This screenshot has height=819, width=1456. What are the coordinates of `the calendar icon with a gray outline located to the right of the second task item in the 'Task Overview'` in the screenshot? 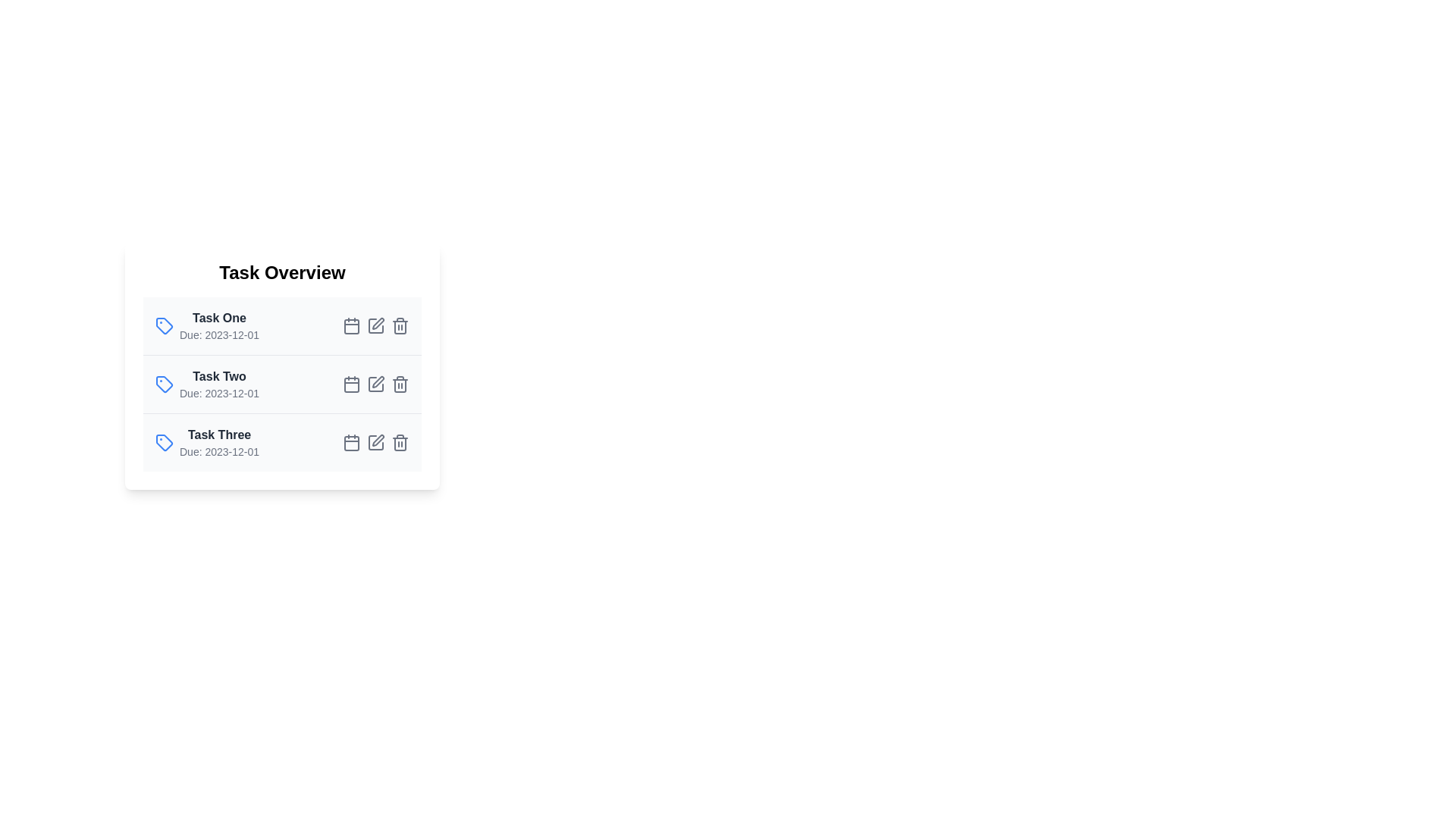 It's located at (351, 383).